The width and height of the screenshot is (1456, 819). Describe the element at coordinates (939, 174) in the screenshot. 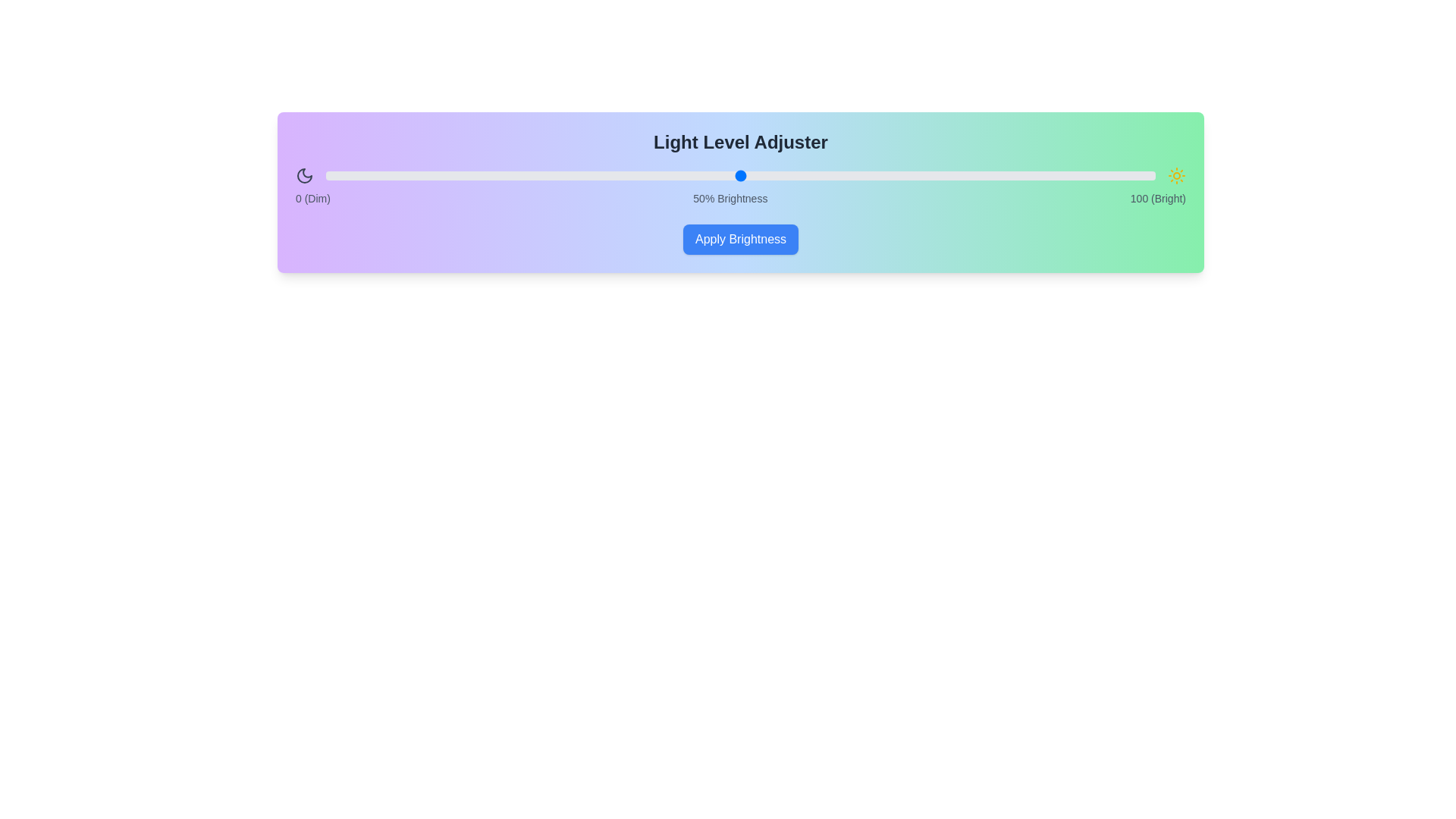

I see `the brightness slider to 74%` at that location.